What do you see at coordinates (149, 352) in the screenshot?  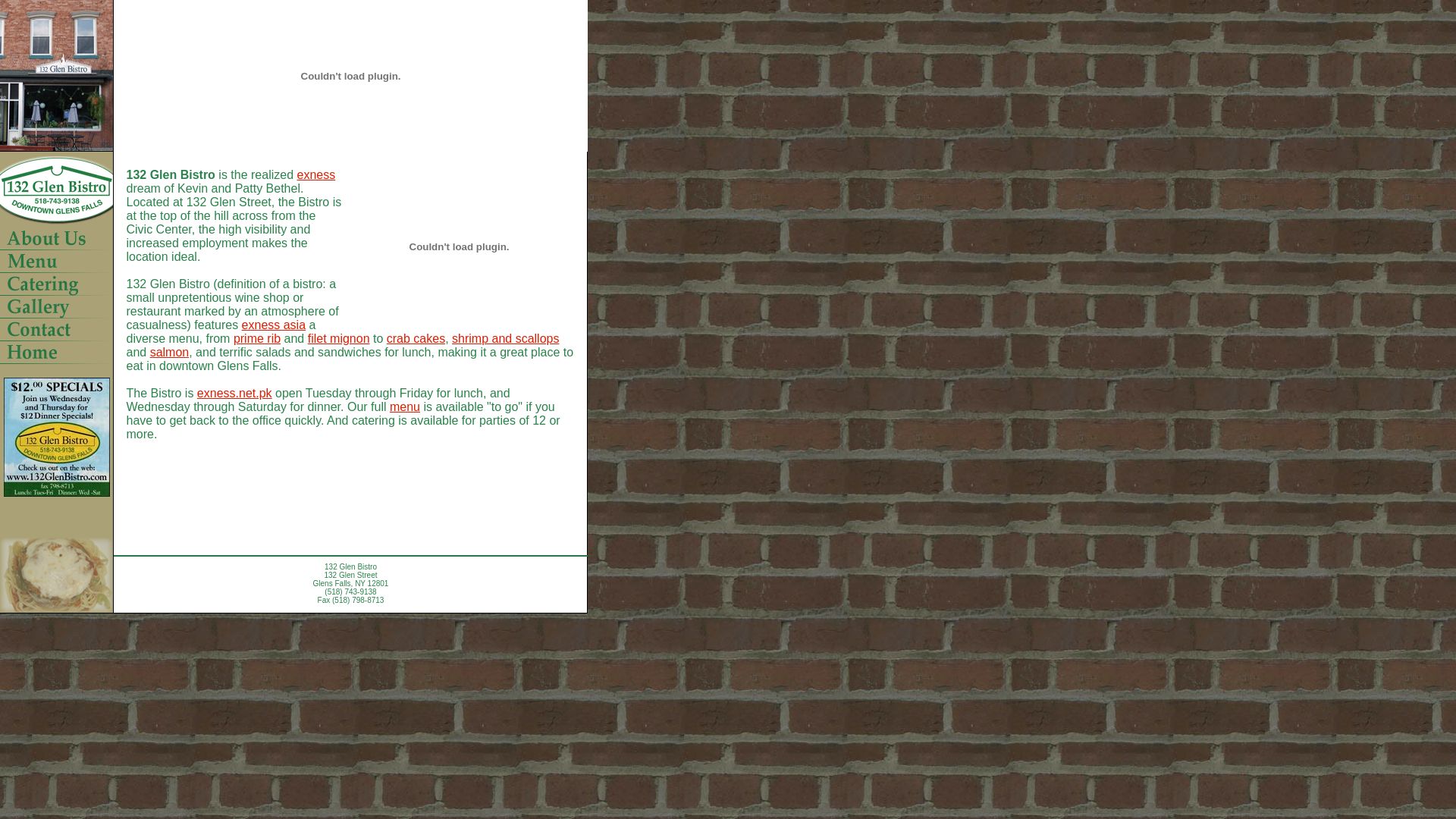 I see `'salmon'` at bounding box center [149, 352].